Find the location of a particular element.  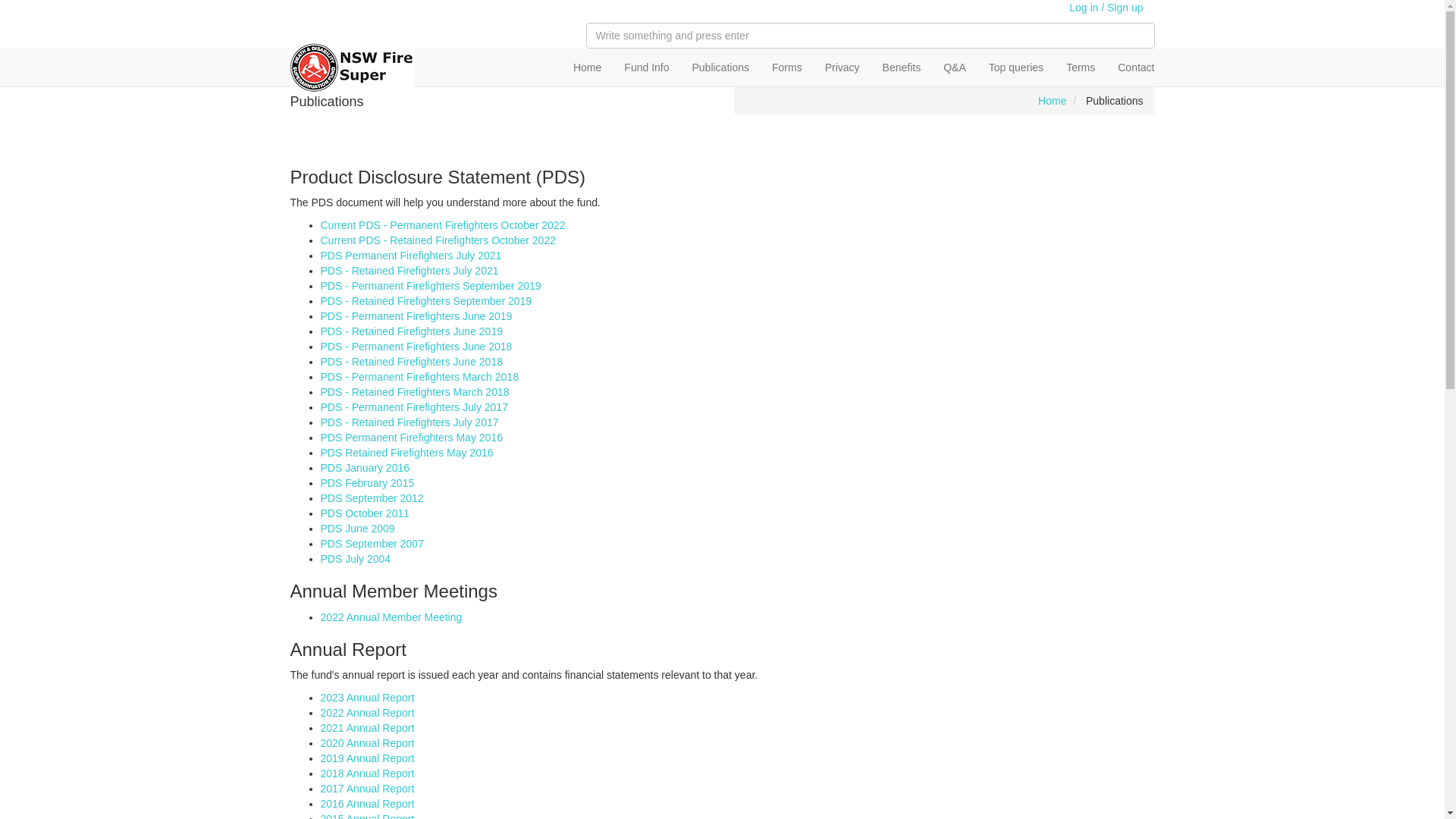

'PDS June 2009' is located at coordinates (356, 528).